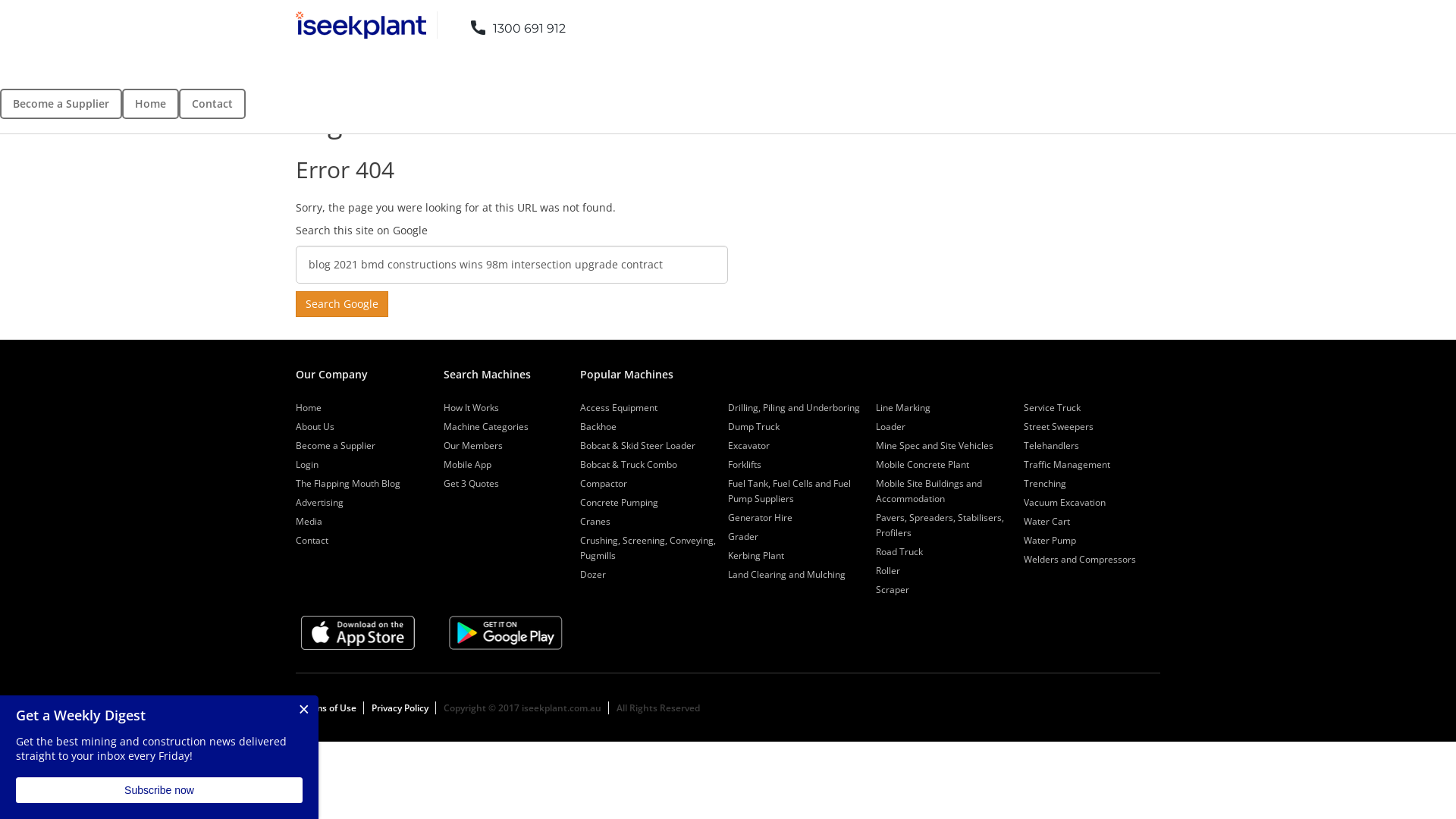 The width and height of the screenshot is (1456, 819). What do you see at coordinates (902, 406) in the screenshot?
I see `'Line Marking'` at bounding box center [902, 406].